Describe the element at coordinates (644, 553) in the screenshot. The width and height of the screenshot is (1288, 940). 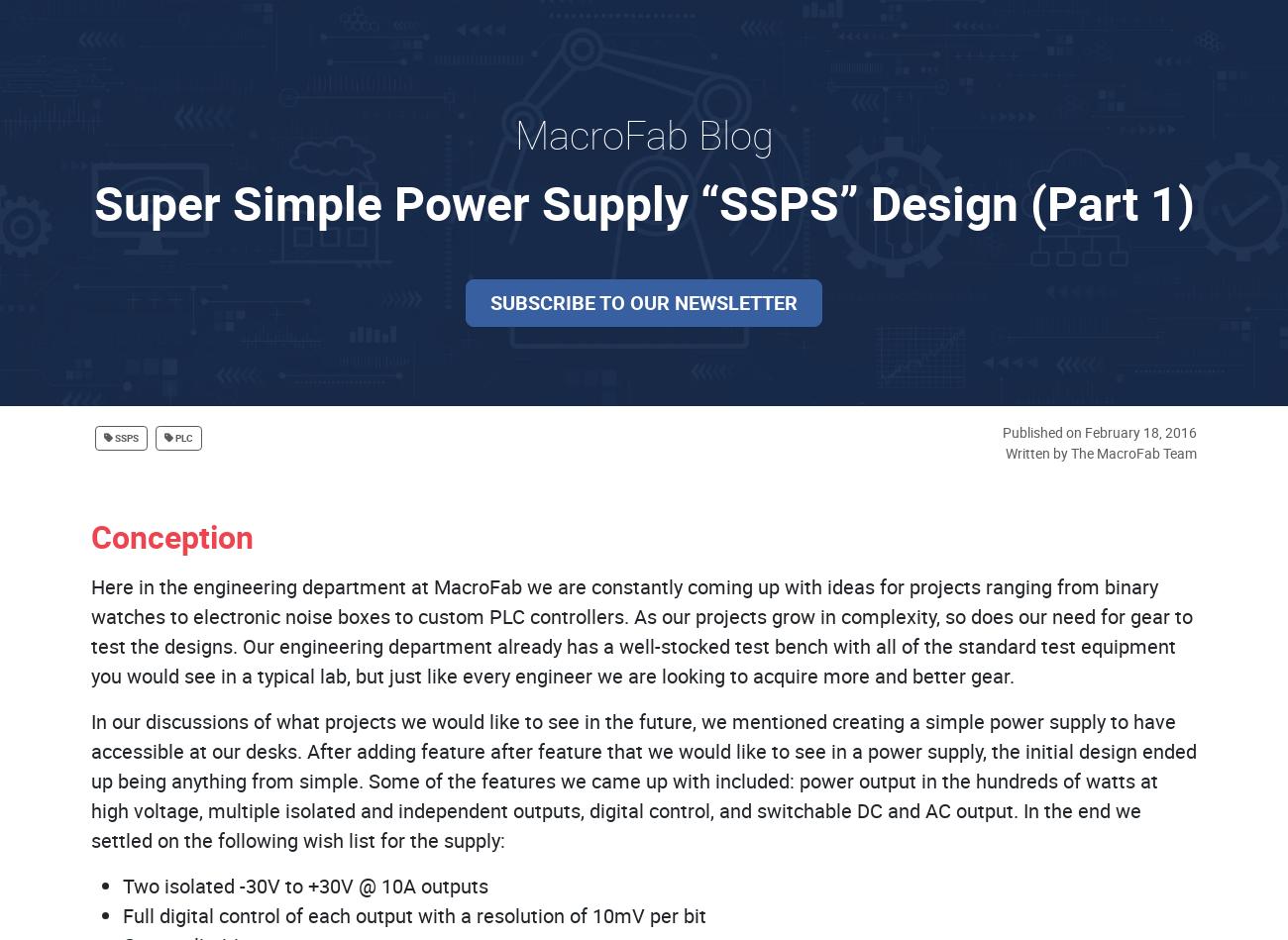
I see `'Guarantee Details'` at that location.